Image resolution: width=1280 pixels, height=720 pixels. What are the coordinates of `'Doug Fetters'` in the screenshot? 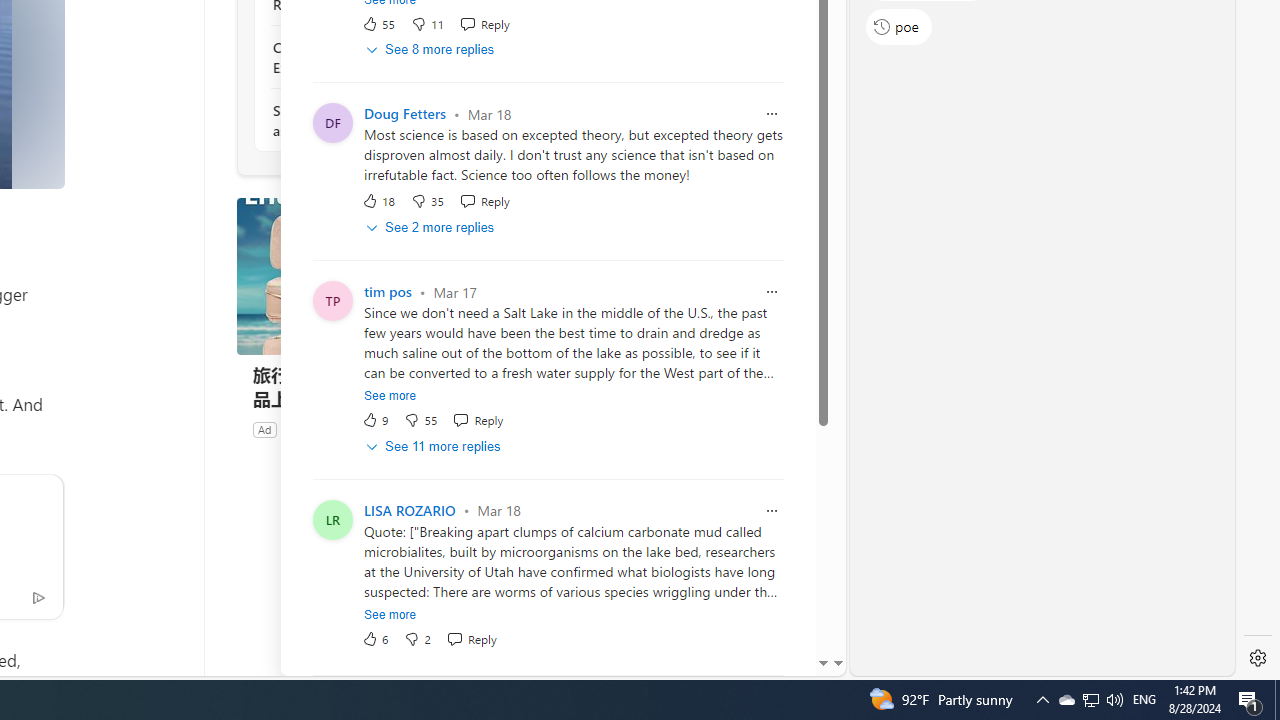 It's located at (404, 114).